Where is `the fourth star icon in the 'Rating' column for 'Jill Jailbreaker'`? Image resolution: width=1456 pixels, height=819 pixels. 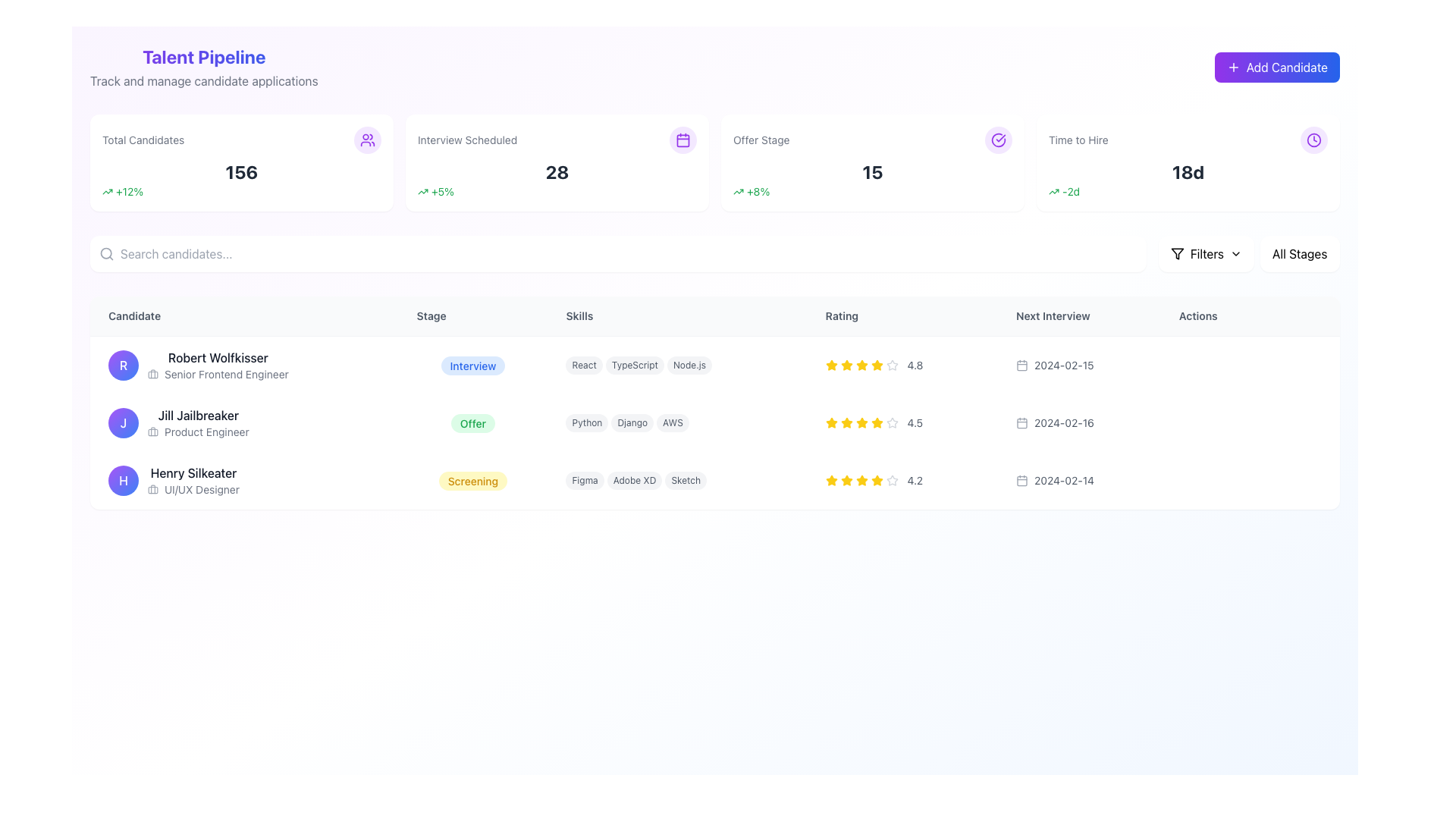 the fourth star icon in the 'Rating' column for 'Jill Jailbreaker' is located at coordinates (877, 422).